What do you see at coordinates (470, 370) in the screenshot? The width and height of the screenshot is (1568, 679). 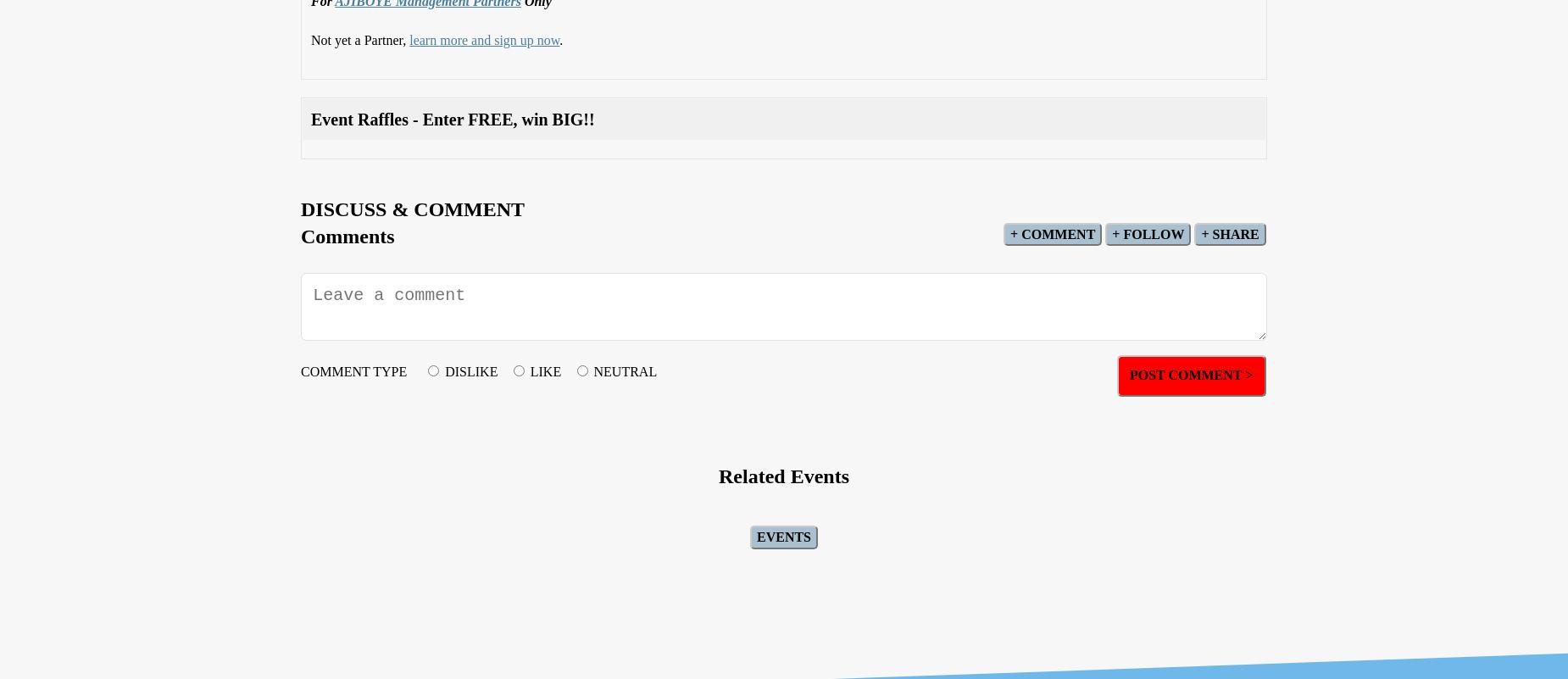 I see `'DISLIKE'` at bounding box center [470, 370].